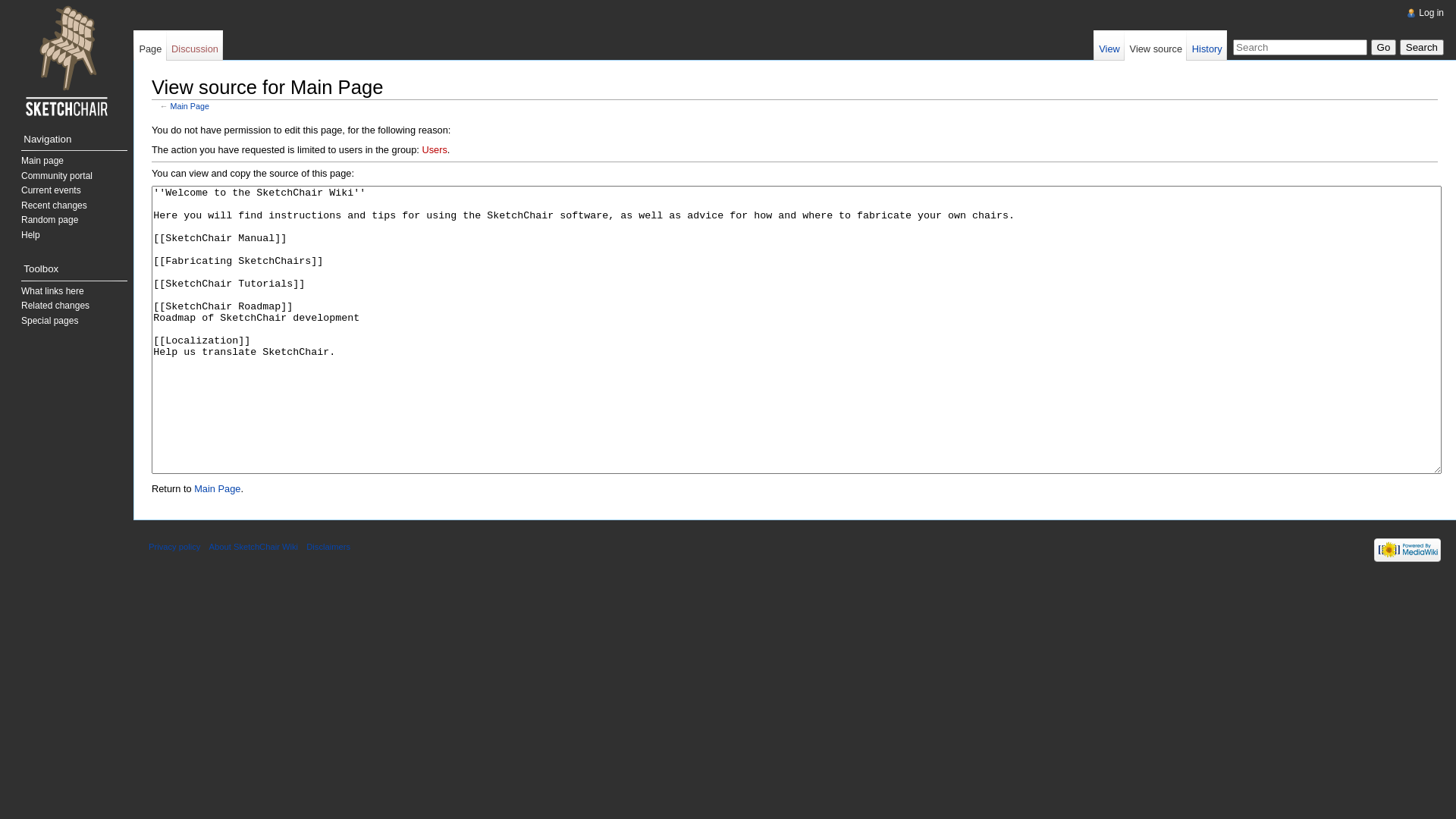  Describe the element at coordinates (1299, 46) in the screenshot. I see `'Search SketchChair Wiki [alt-f]'` at that location.